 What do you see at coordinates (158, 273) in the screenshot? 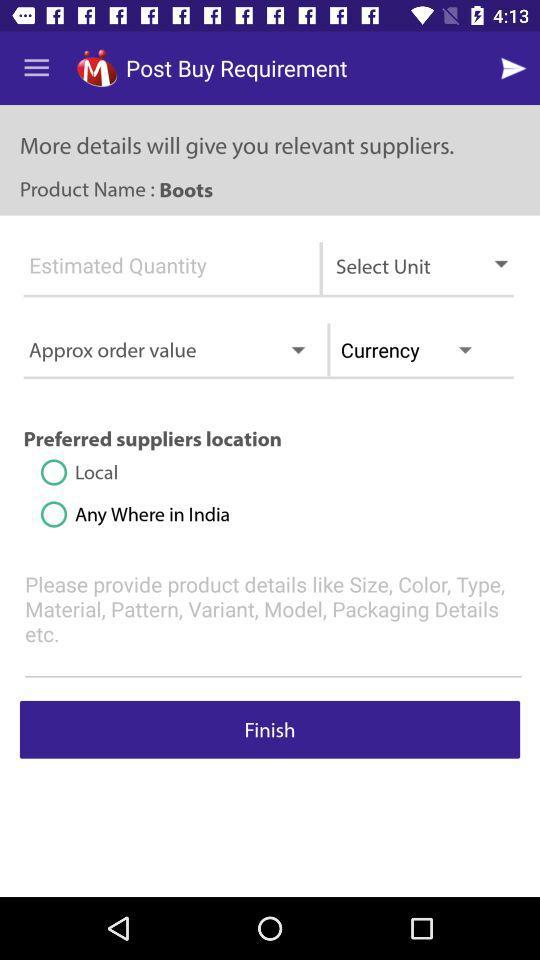
I see `write in estimated quantity` at bounding box center [158, 273].